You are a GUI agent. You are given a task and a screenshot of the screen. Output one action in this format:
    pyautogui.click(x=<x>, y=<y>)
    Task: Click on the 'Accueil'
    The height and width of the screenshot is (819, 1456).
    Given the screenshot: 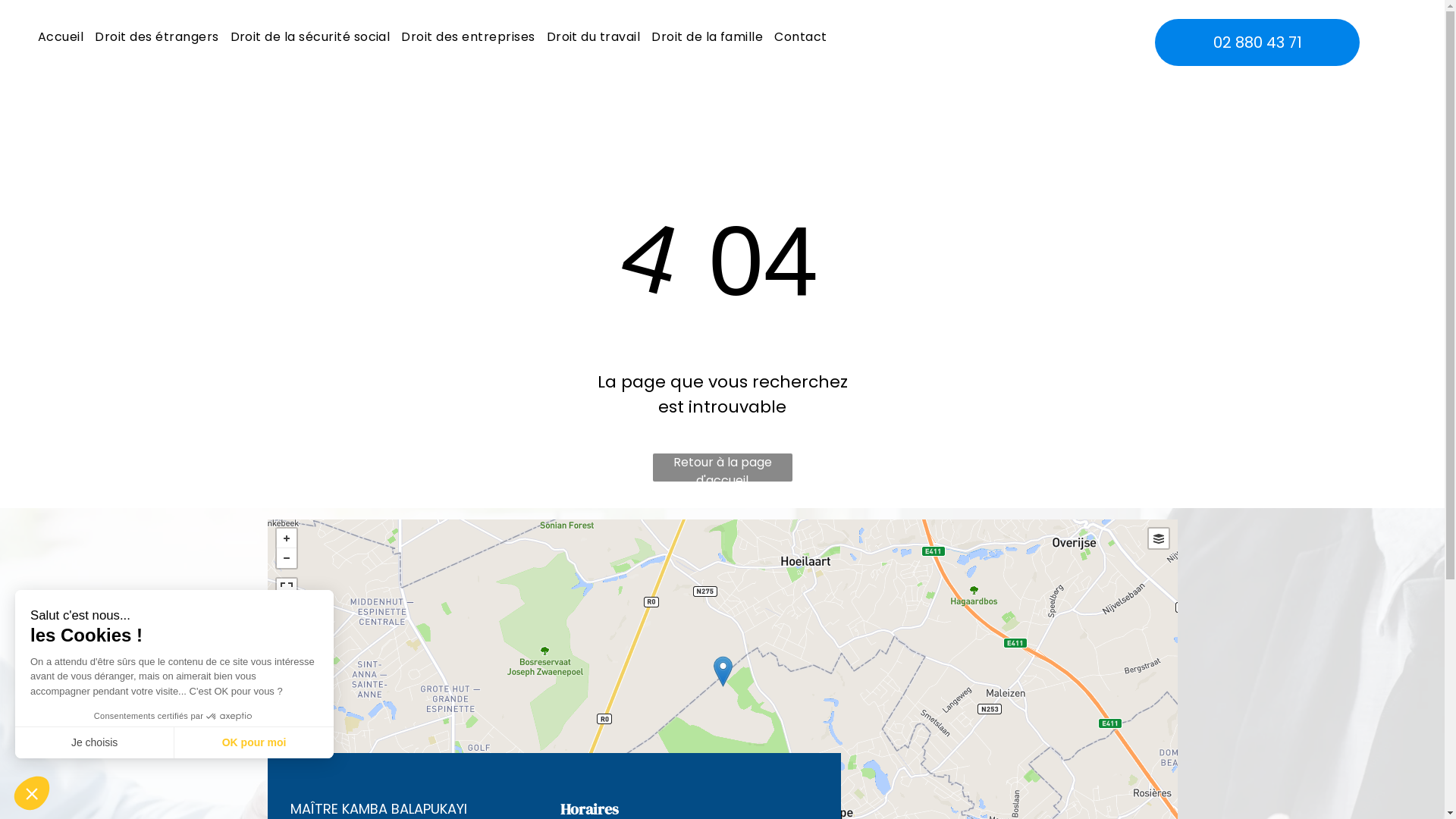 What is the action you would take?
    pyautogui.click(x=58, y=36)
    